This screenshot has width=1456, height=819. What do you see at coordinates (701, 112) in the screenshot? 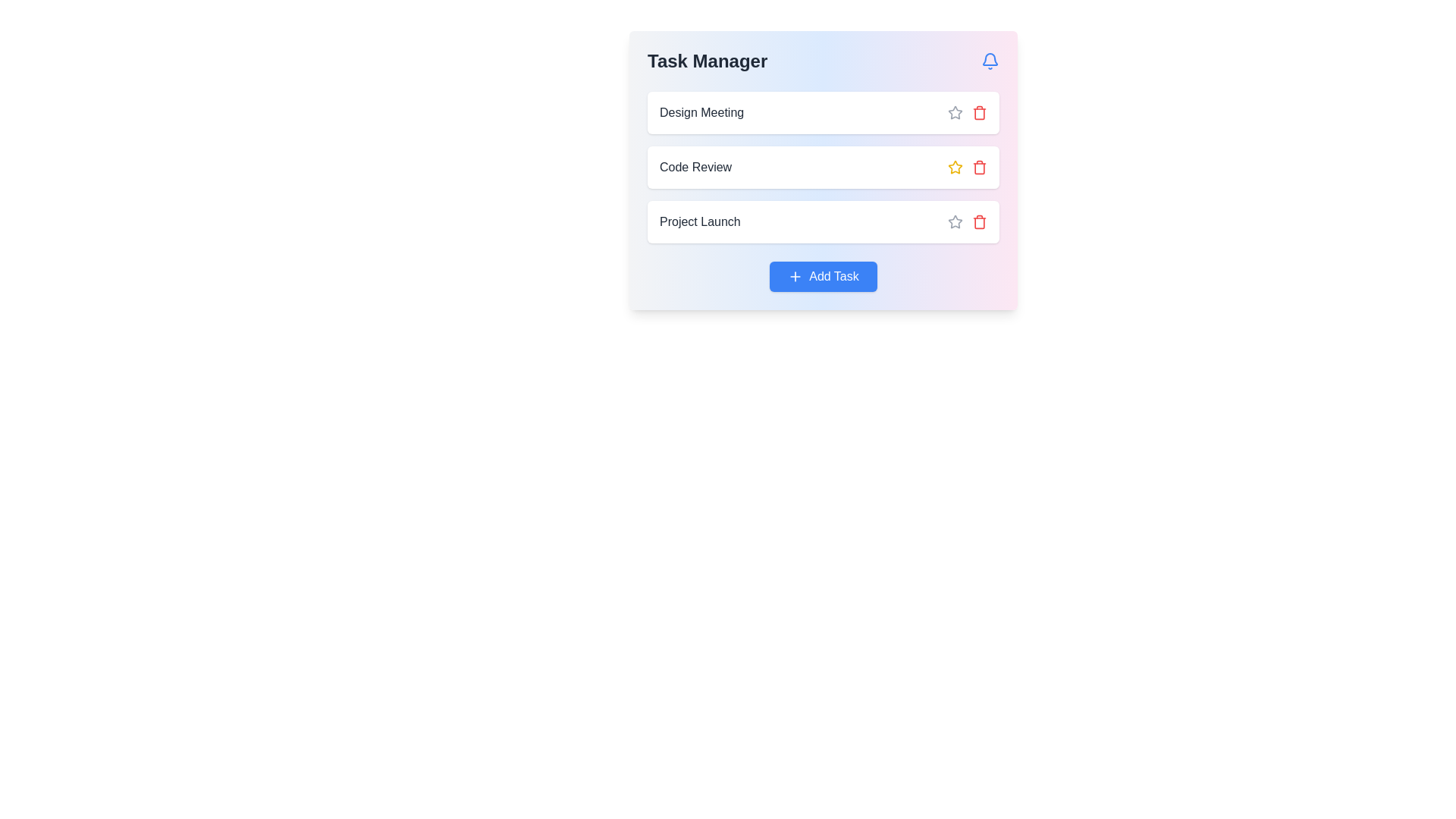
I see `the 'Design Meeting' text label` at bounding box center [701, 112].